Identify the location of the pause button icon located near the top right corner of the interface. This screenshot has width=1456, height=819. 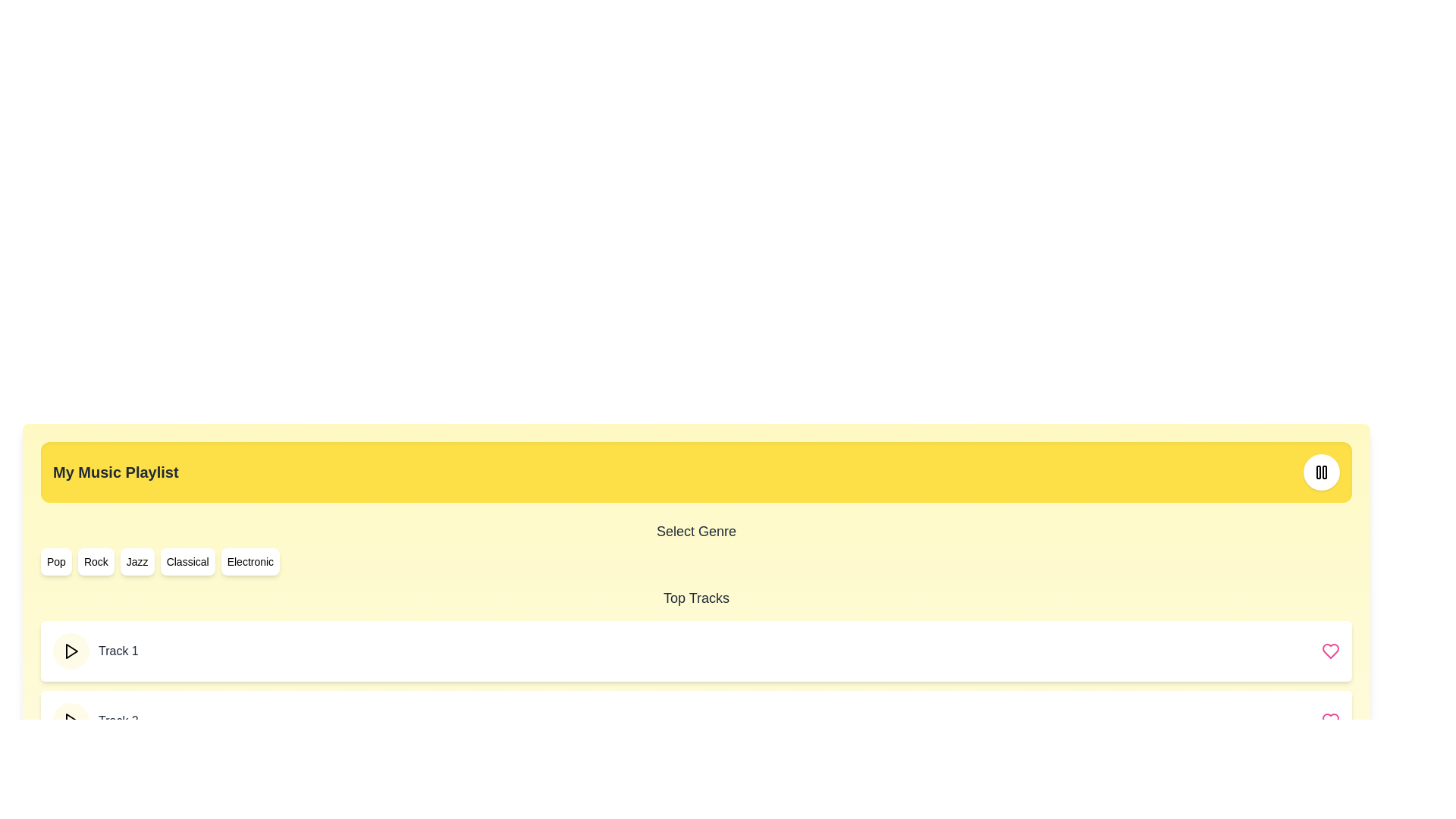
(1320, 472).